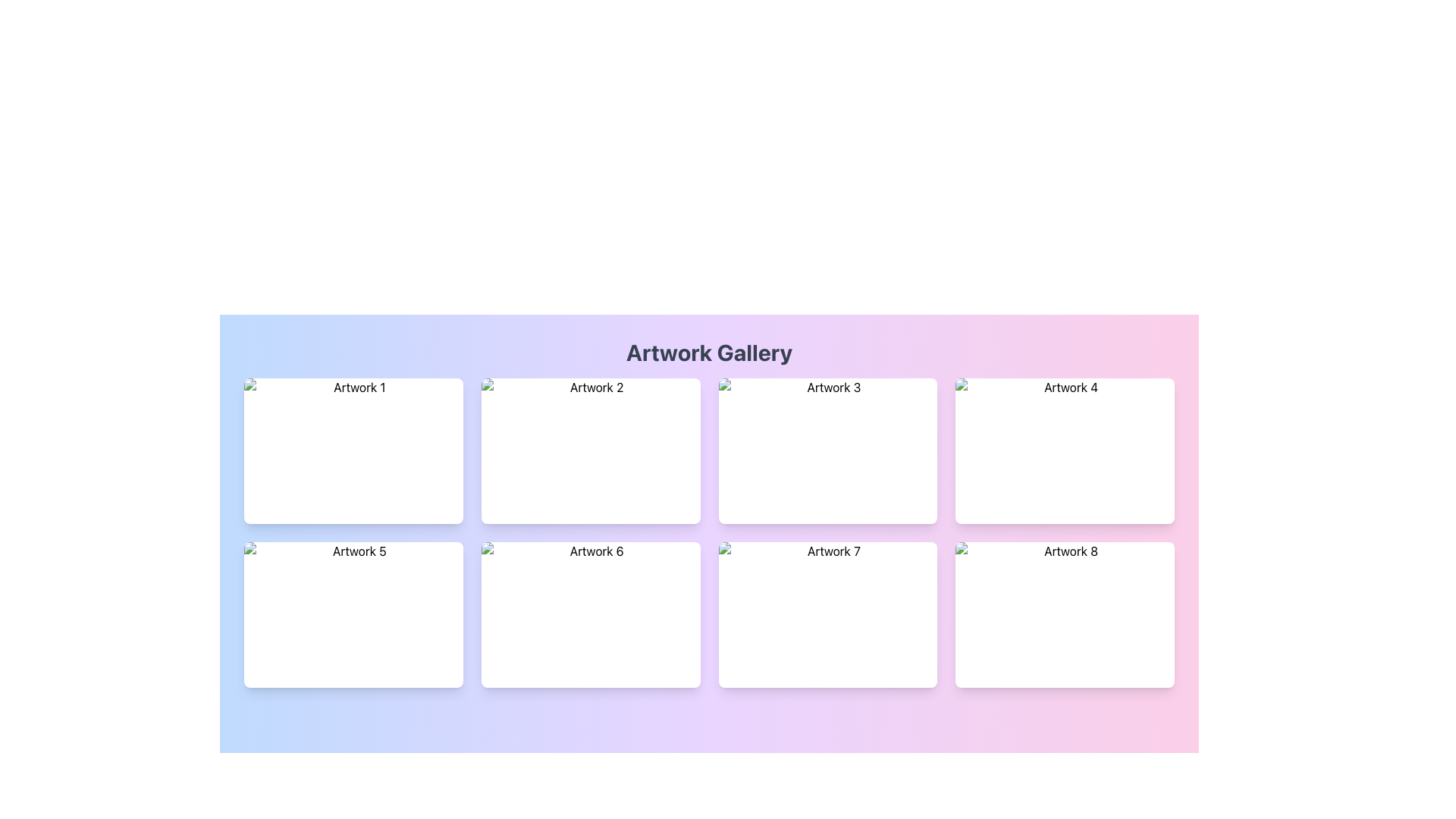 The image size is (1456, 819). Describe the element at coordinates (1064, 614) in the screenshot. I see `the Visual Card located in the second row and the fourth column of the artwork gallery grid` at that location.